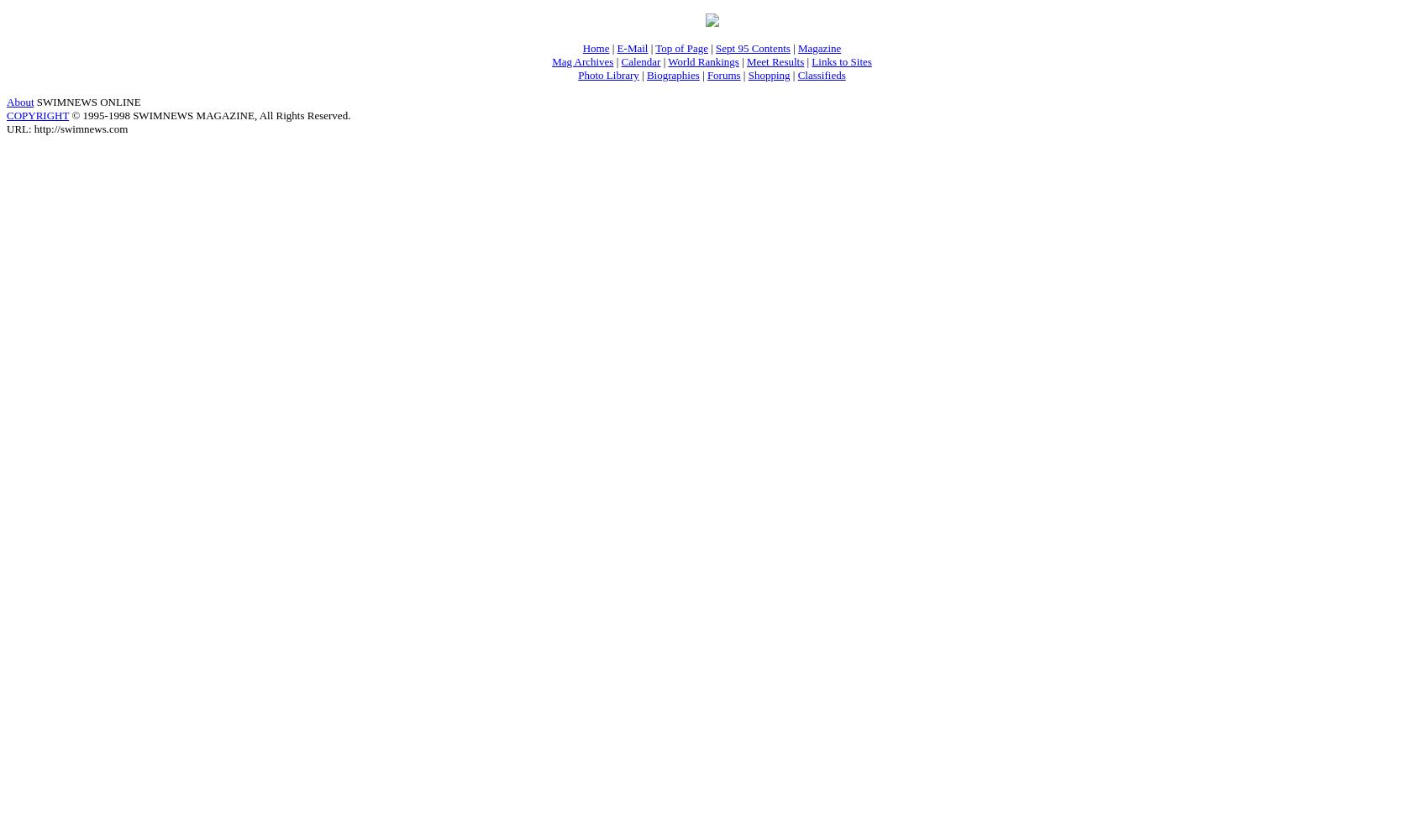 The width and height of the screenshot is (1424, 840). Describe the element at coordinates (751, 47) in the screenshot. I see `'Sept 95 Contents'` at that location.